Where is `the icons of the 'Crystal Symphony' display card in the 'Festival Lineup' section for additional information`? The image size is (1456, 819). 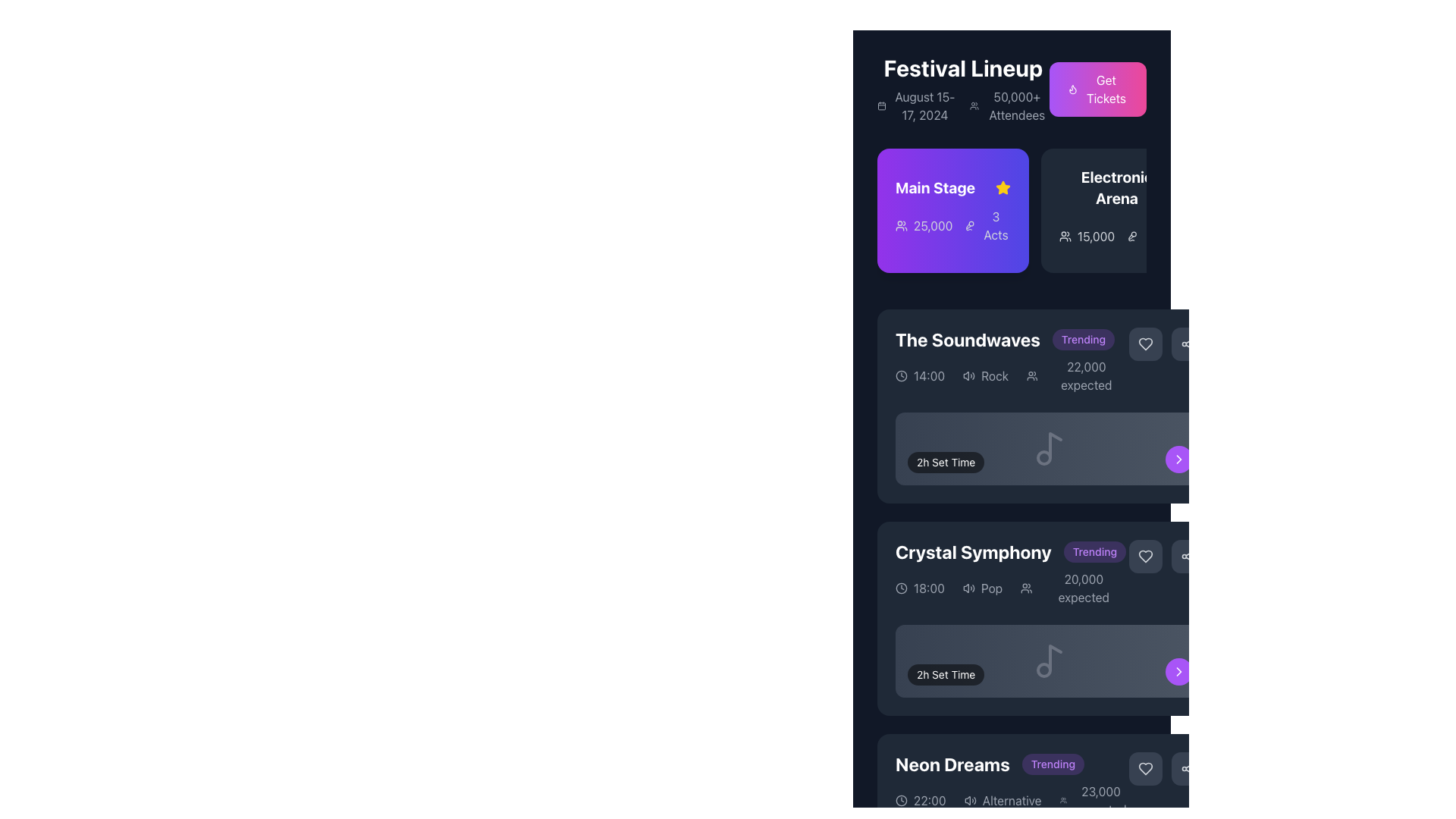
the icons of the 'Crystal Symphony' display card in the 'Festival Lineup' section for additional information is located at coordinates (1012, 573).